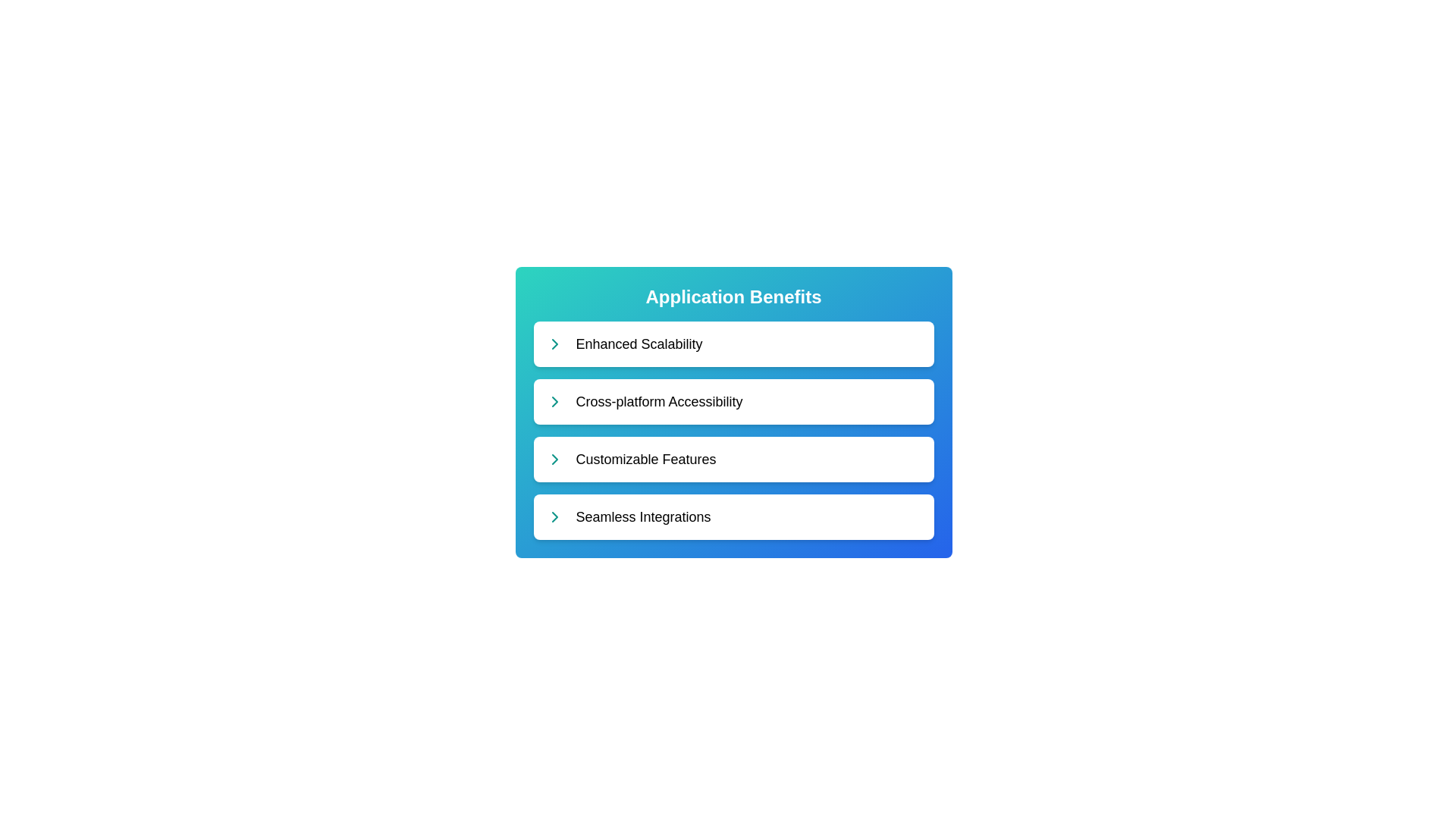  I want to click on the teal chevron icon located to the left of the text 'Enhanced Scalability', so click(554, 344).